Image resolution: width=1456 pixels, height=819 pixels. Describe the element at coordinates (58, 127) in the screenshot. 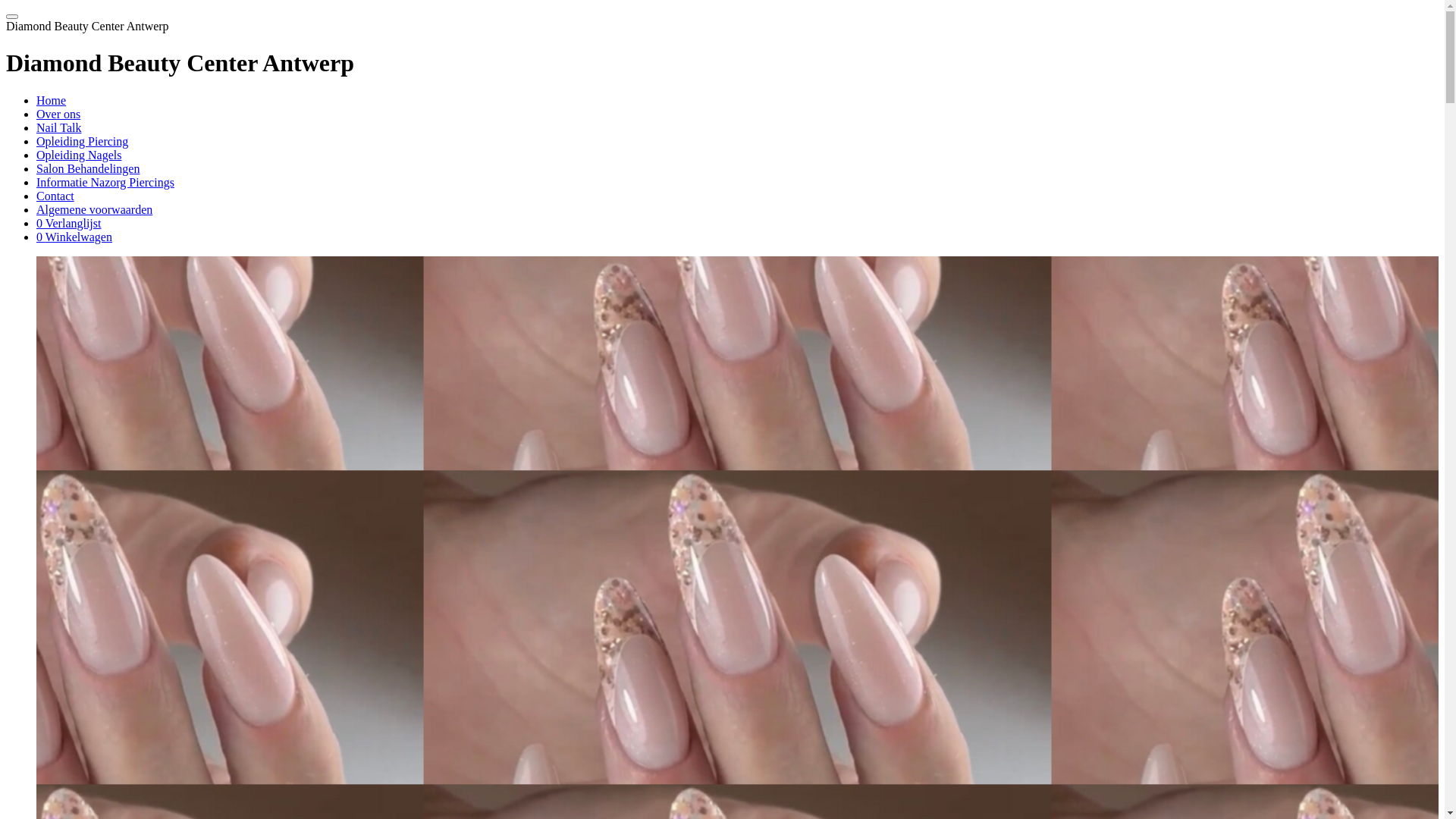

I see `'Nail Talk'` at that location.